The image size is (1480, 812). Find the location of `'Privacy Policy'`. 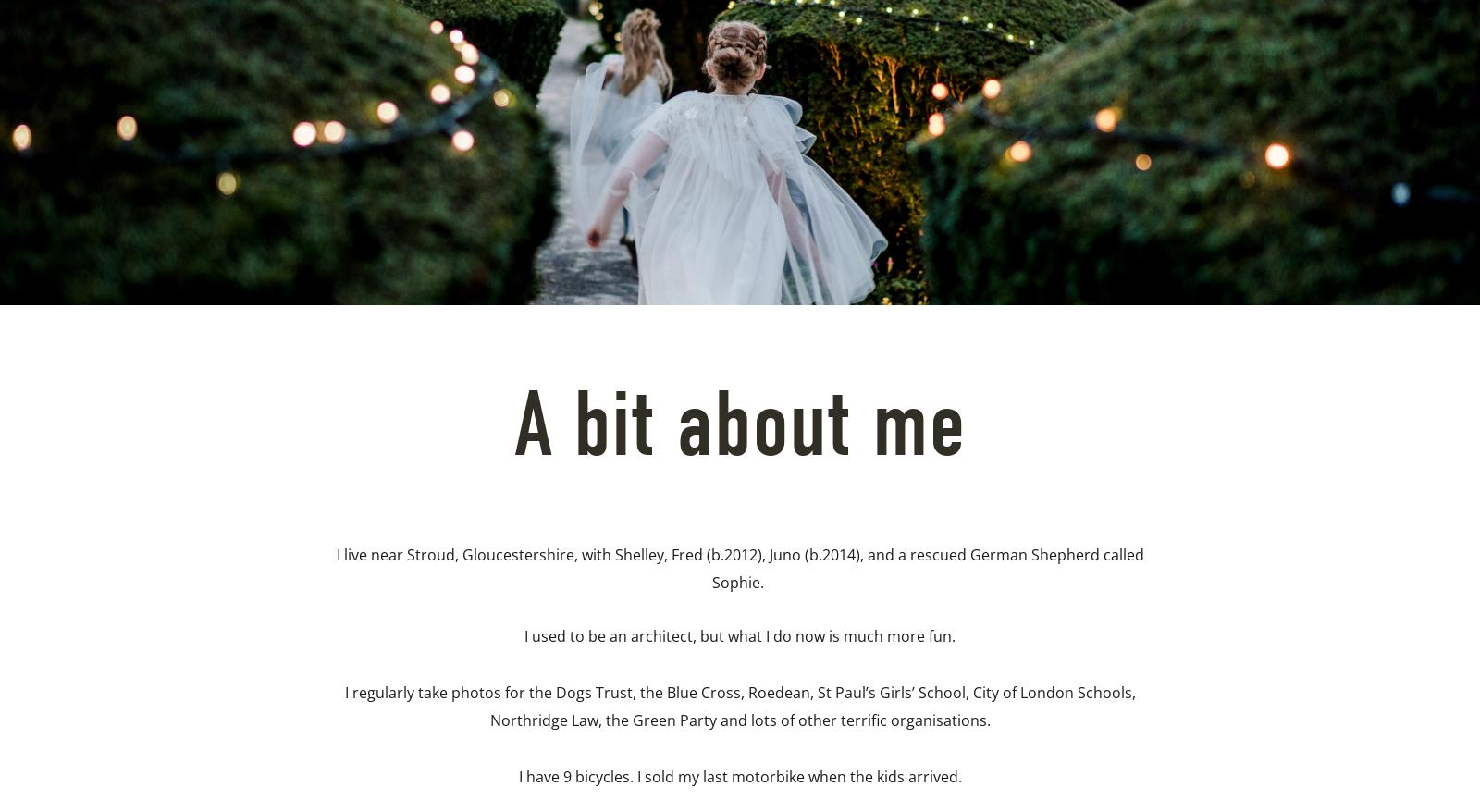

'Privacy Policy' is located at coordinates (536, 314).